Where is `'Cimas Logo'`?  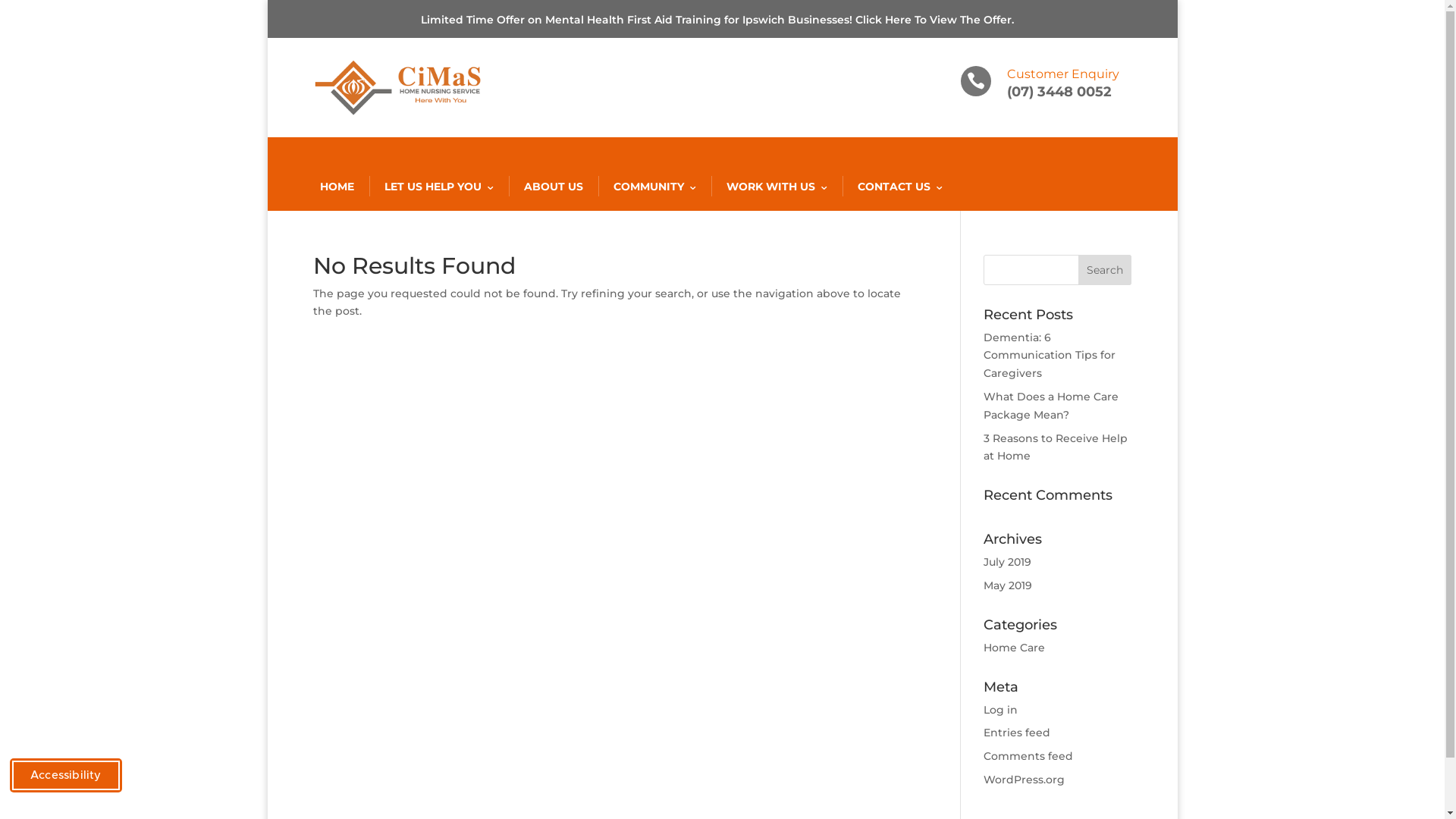 'Cimas Logo' is located at coordinates (312, 87).